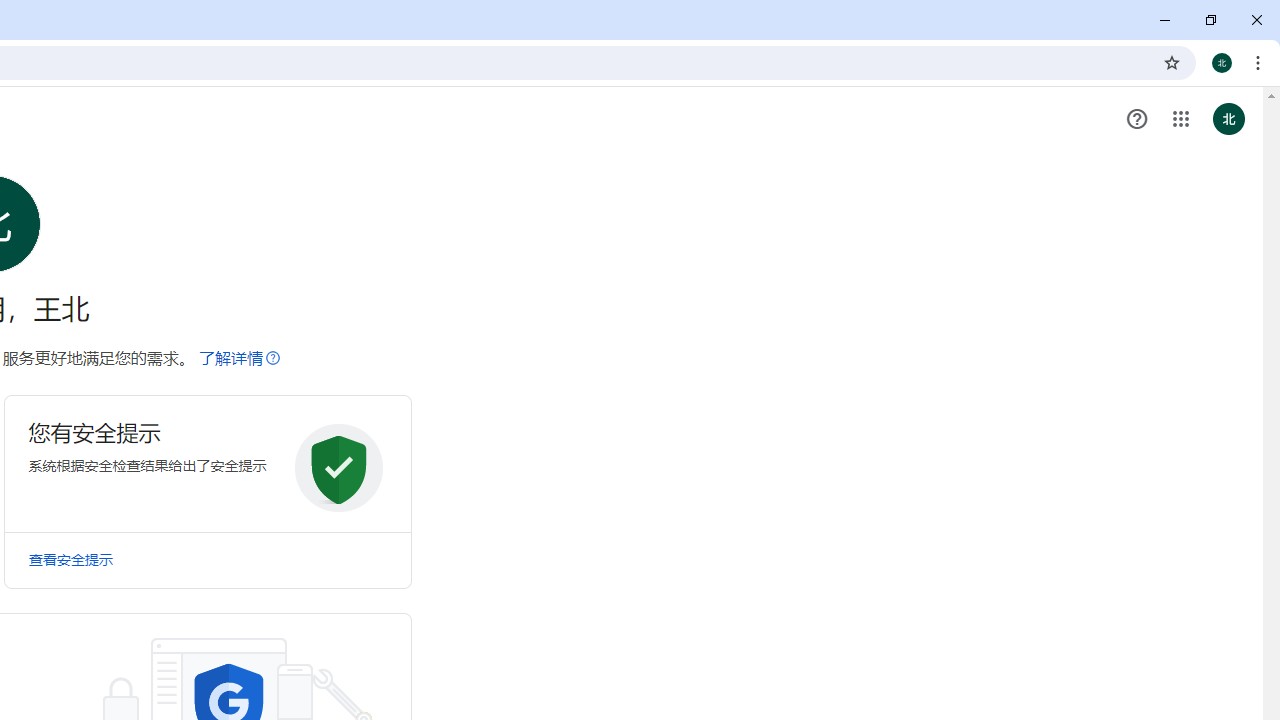  I want to click on 'Minimize', so click(1165, 20).